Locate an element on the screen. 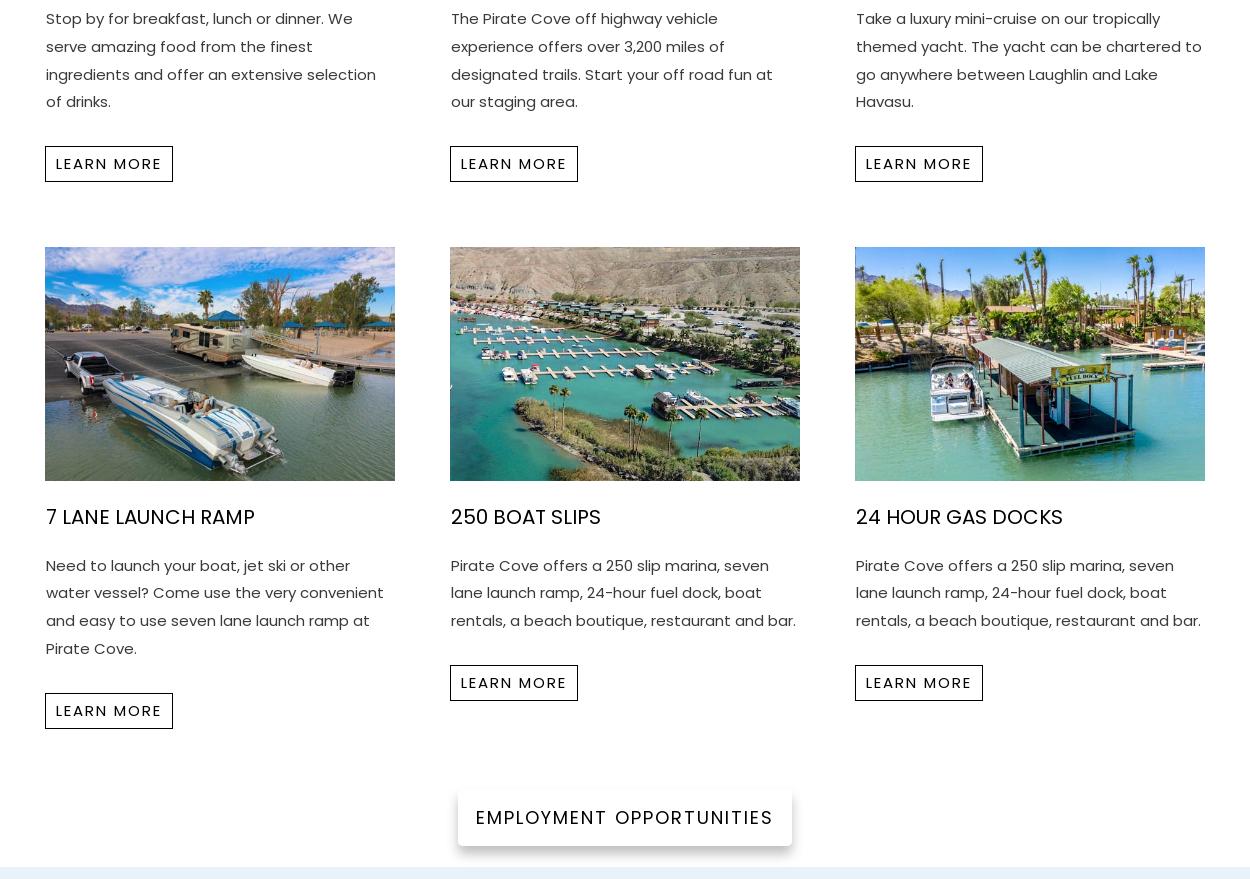 The height and width of the screenshot is (879, 1250). '24 Hour Gas Docks' is located at coordinates (958, 514).